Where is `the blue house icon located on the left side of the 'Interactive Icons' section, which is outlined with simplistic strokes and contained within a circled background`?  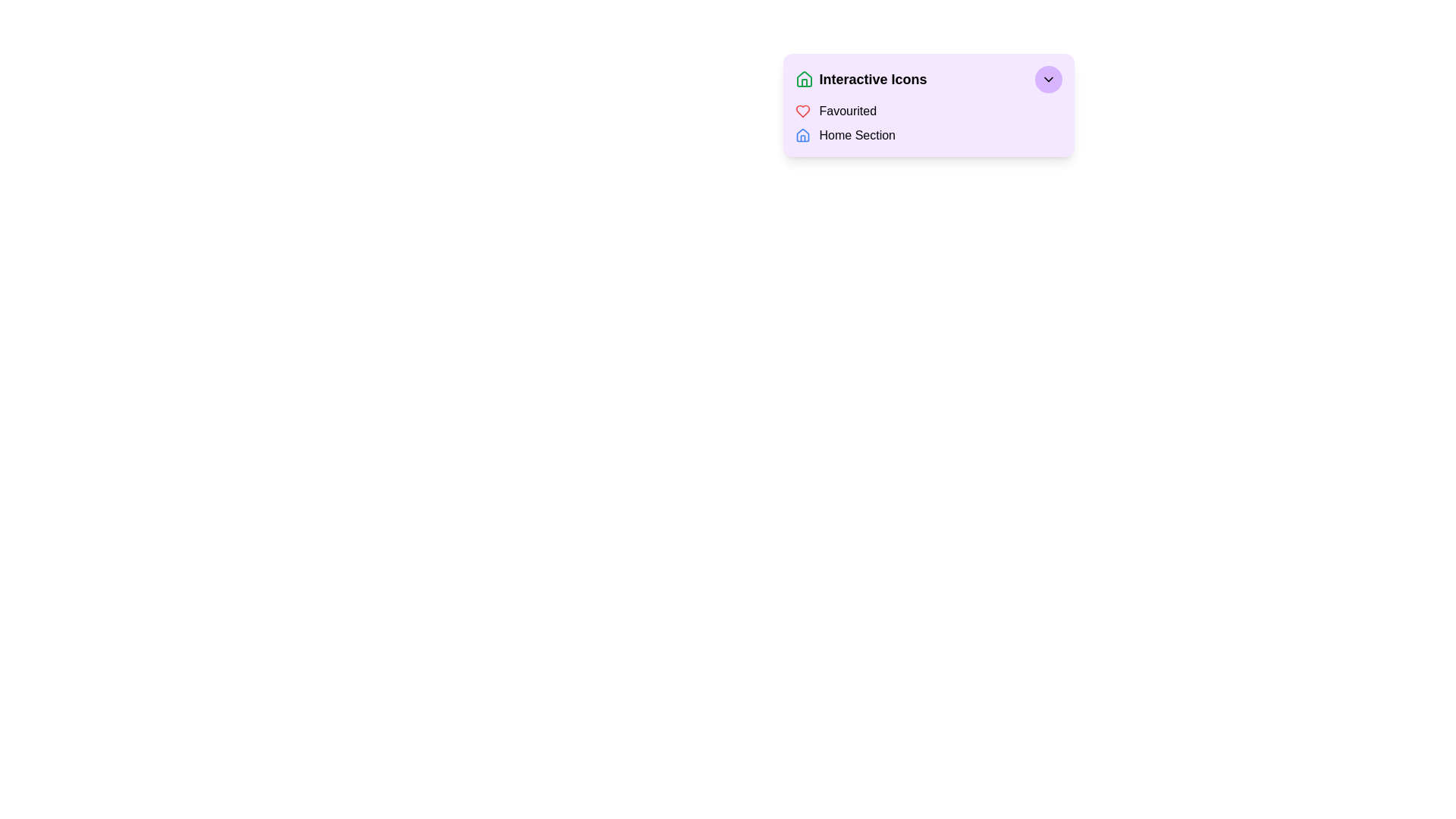
the blue house icon located on the left side of the 'Interactive Icons' section, which is outlined with simplistic strokes and contained within a circled background is located at coordinates (802, 134).